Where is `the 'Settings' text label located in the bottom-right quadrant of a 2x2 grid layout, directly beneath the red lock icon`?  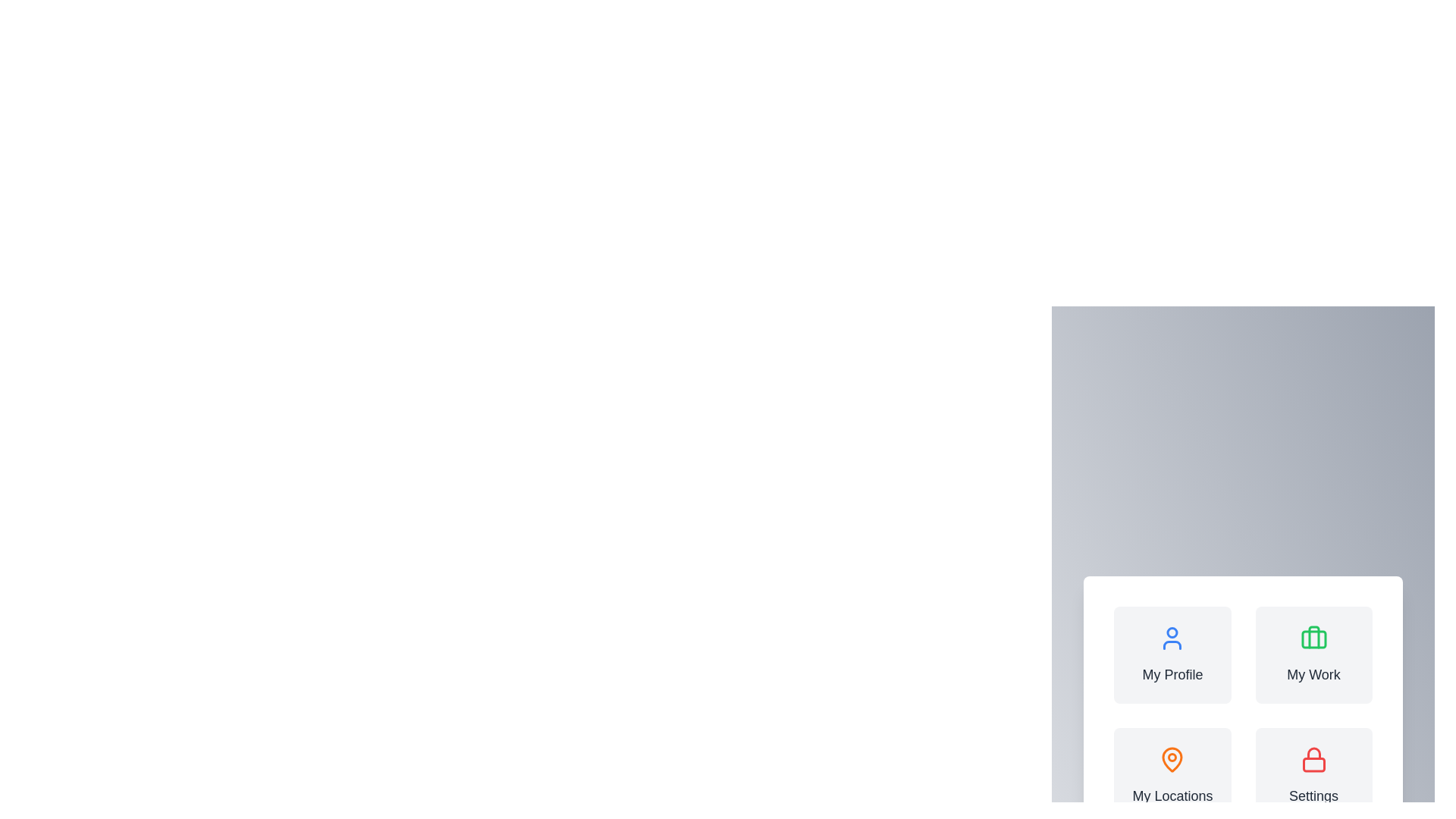
the 'Settings' text label located in the bottom-right quadrant of a 2x2 grid layout, directly beneath the red lock icon is located at coordinates (1313, 795).